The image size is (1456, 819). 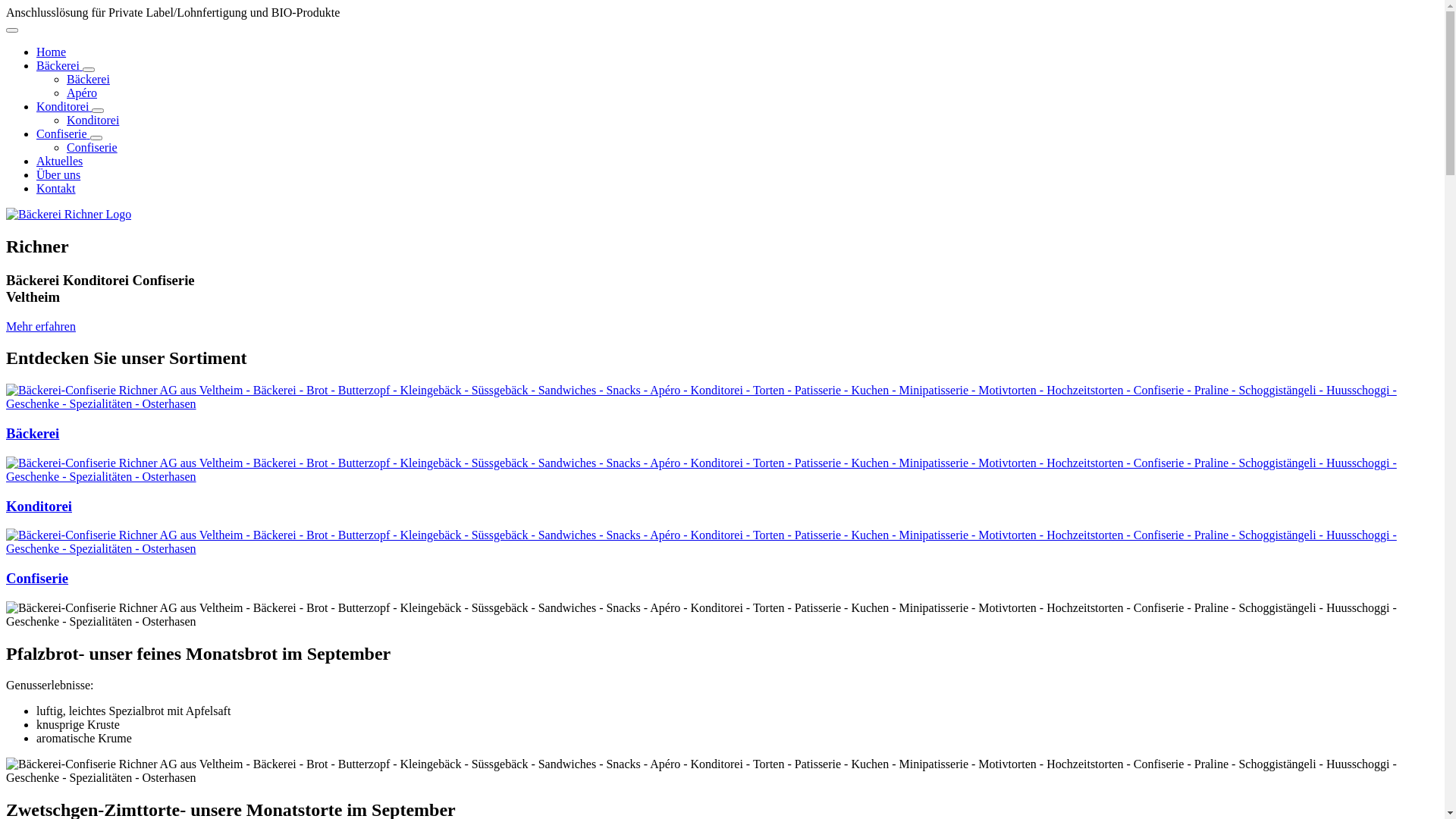 What do you see at coordinates (40, 325) in the screenshot?
I see `'Mehr erfahren'` at bounding box center [40, 325].